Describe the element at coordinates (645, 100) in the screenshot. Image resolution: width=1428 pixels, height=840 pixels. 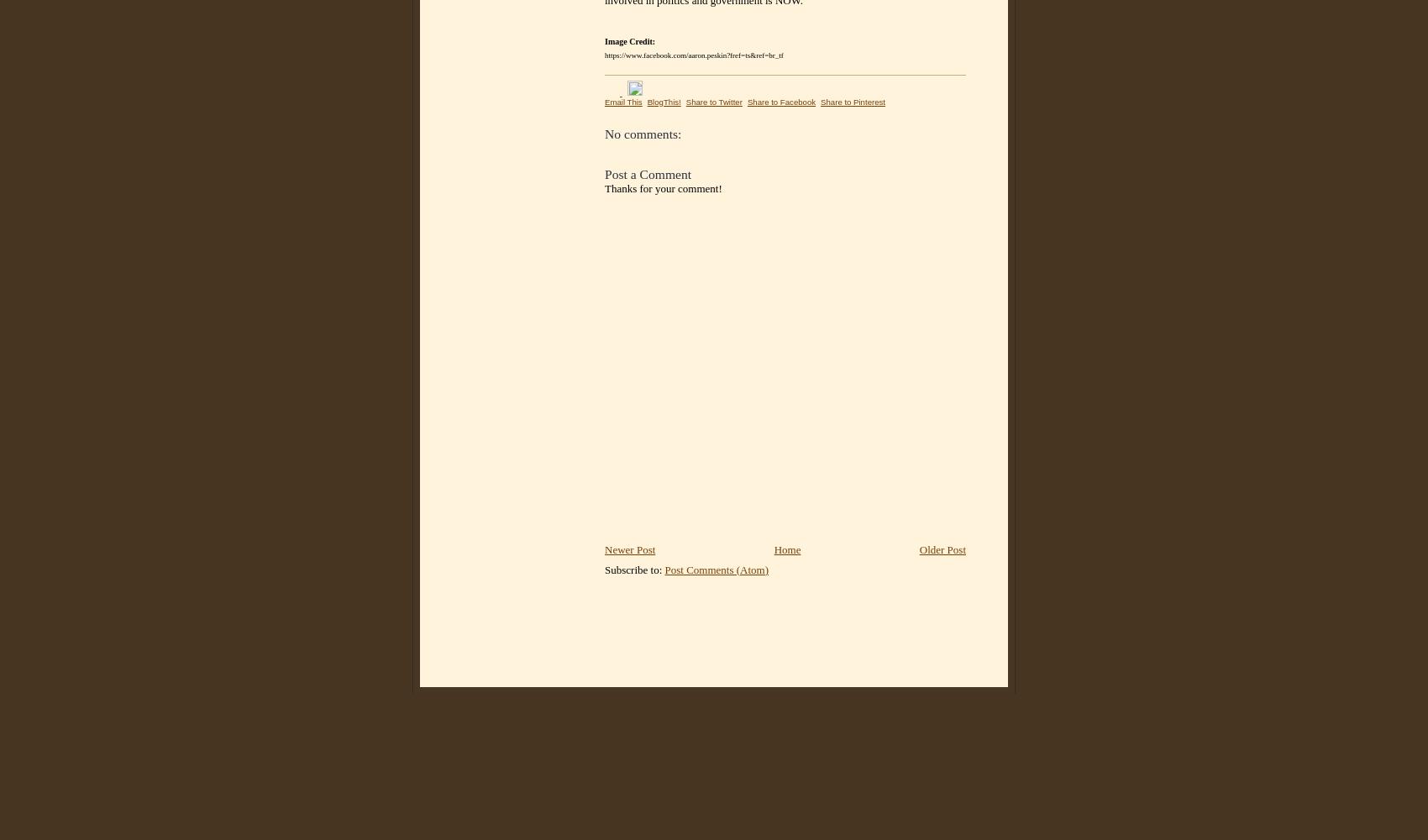
I see `'BlogThis!'` at that location.